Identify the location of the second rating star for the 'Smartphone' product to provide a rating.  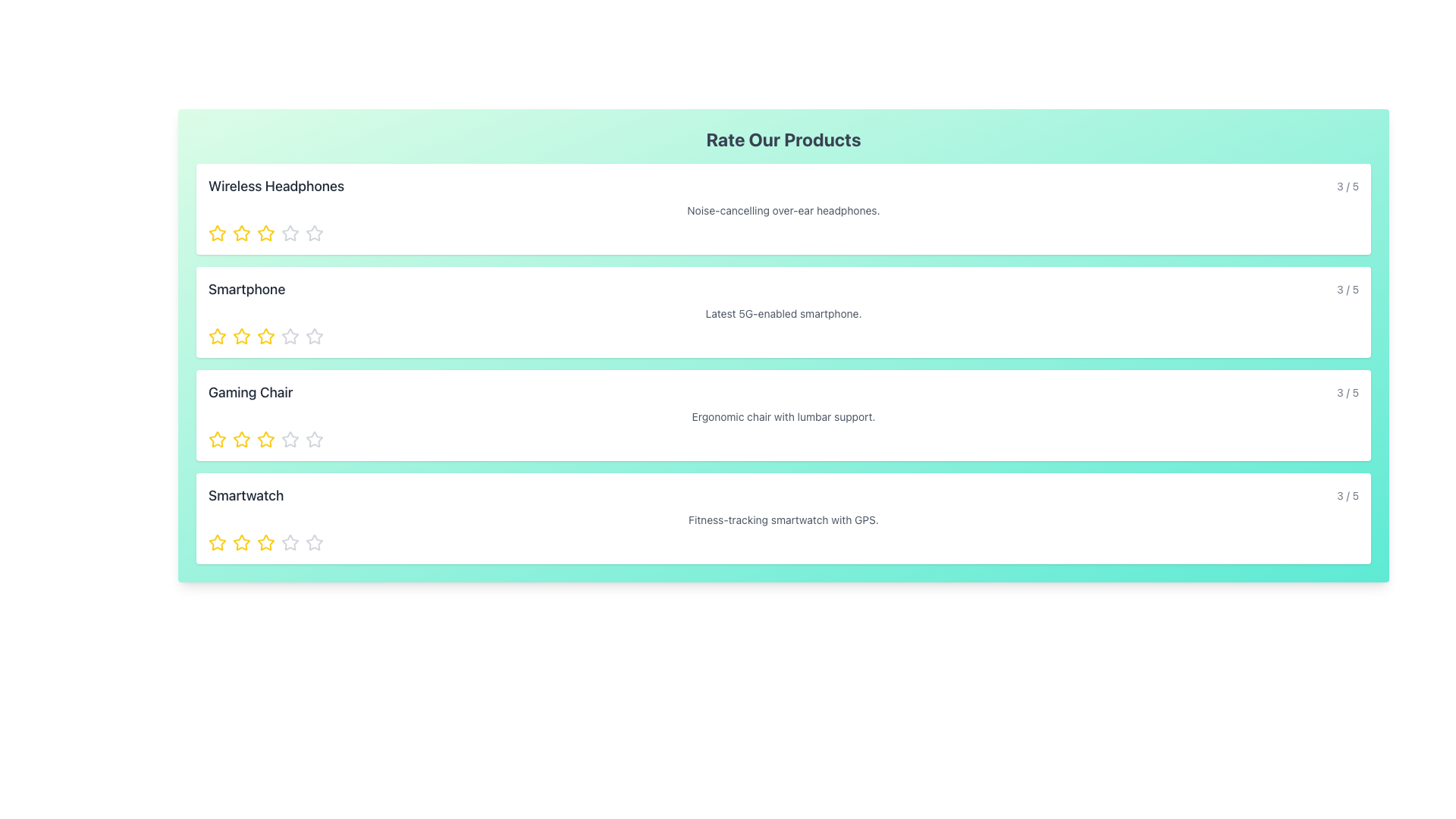
(290, 335).